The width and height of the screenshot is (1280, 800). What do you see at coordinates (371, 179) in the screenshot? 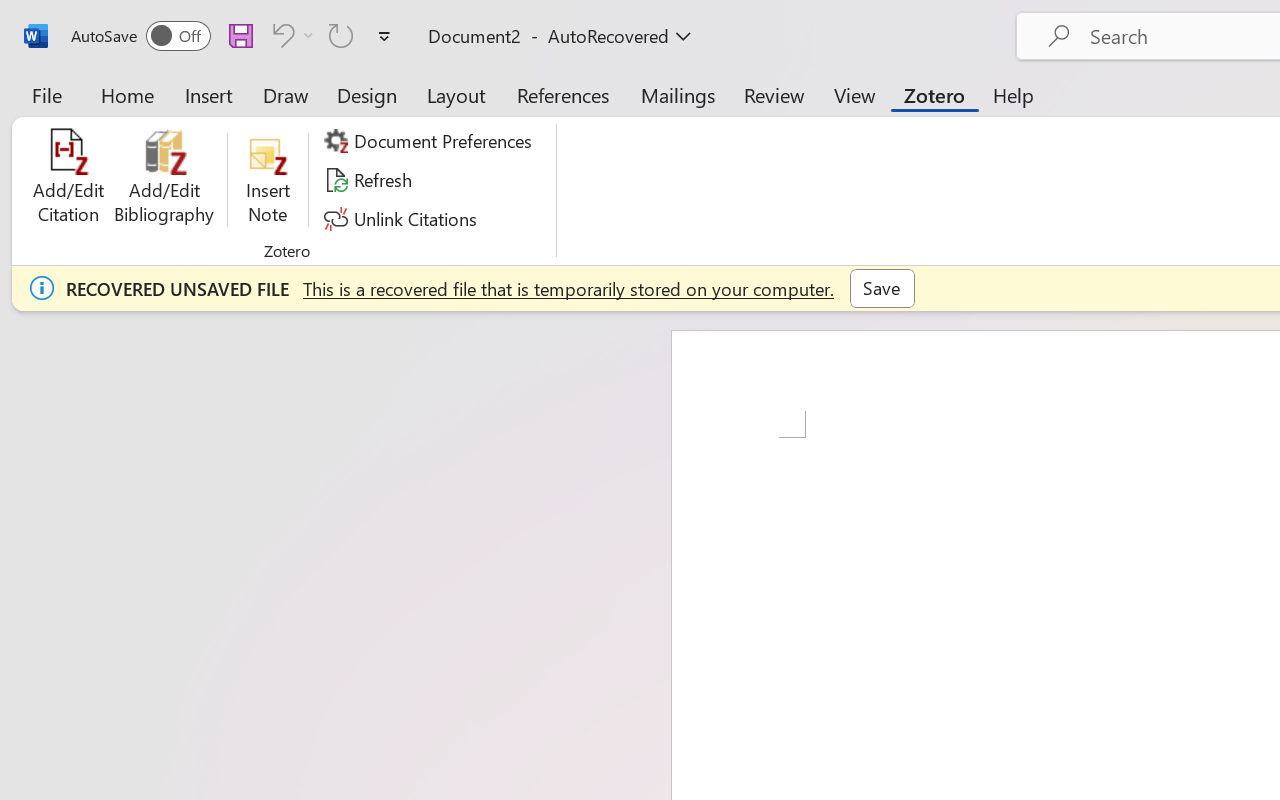
I see `'Refresh'` at bounding box center [371, 179].